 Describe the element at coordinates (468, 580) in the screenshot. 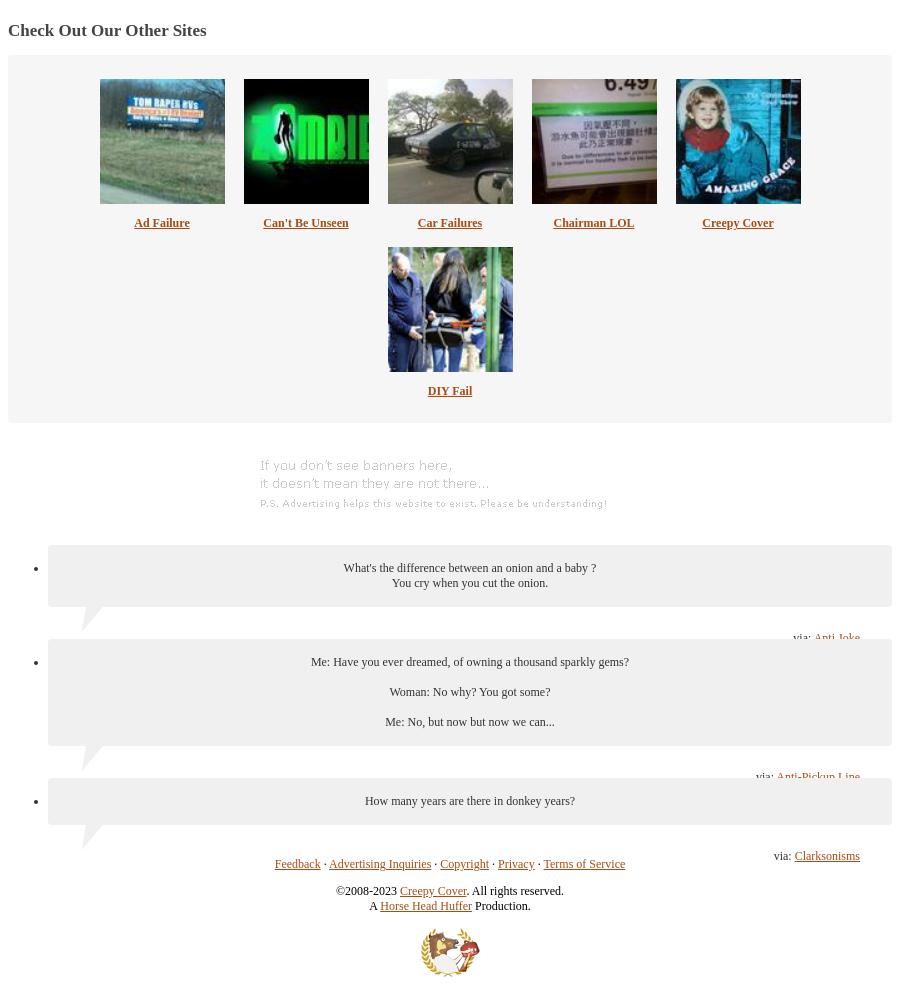

I see `'You cry when you cut the onion.'` at that location.